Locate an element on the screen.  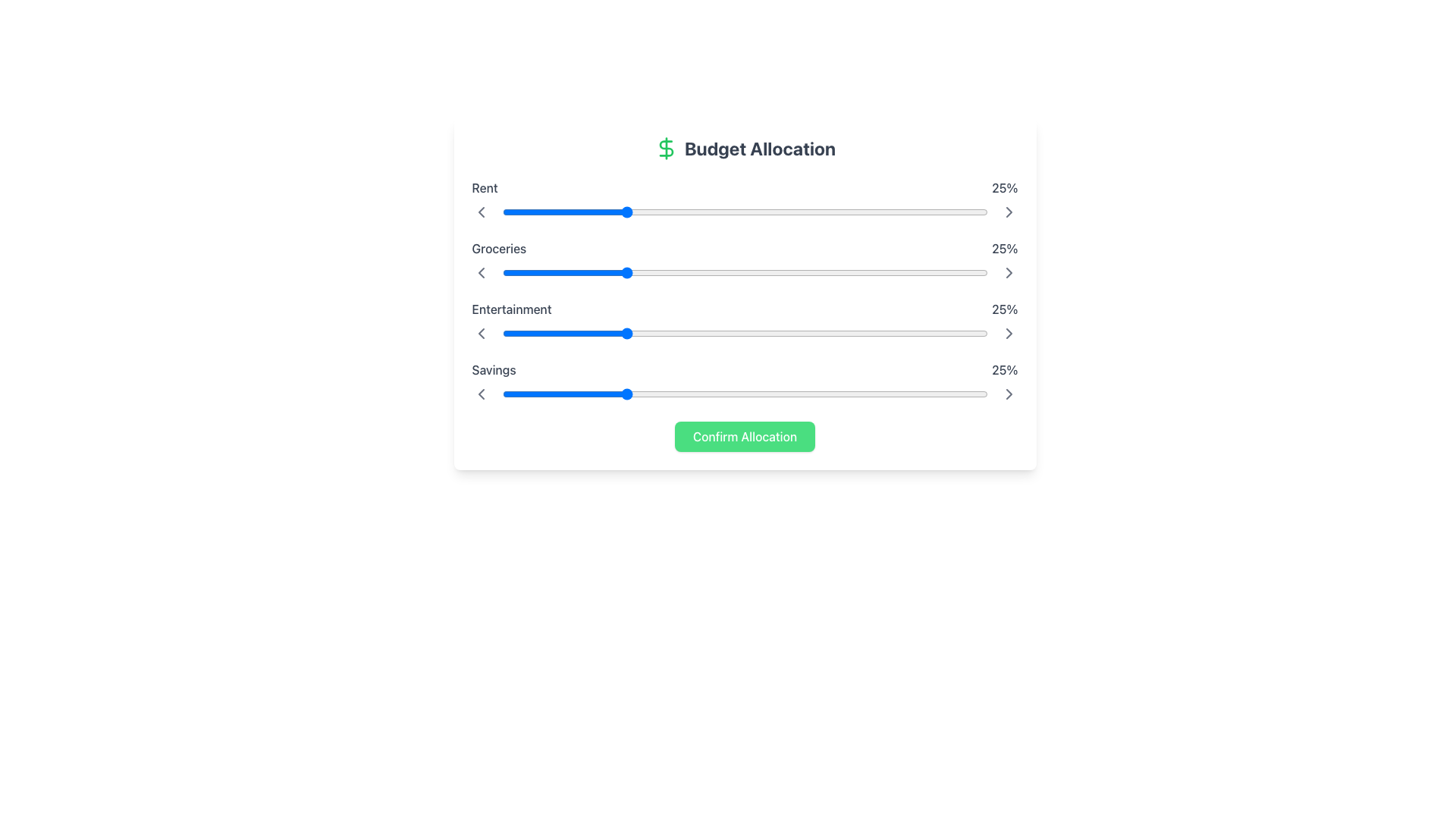
the groceries allocation percentage is located at coordinates (910, 271).